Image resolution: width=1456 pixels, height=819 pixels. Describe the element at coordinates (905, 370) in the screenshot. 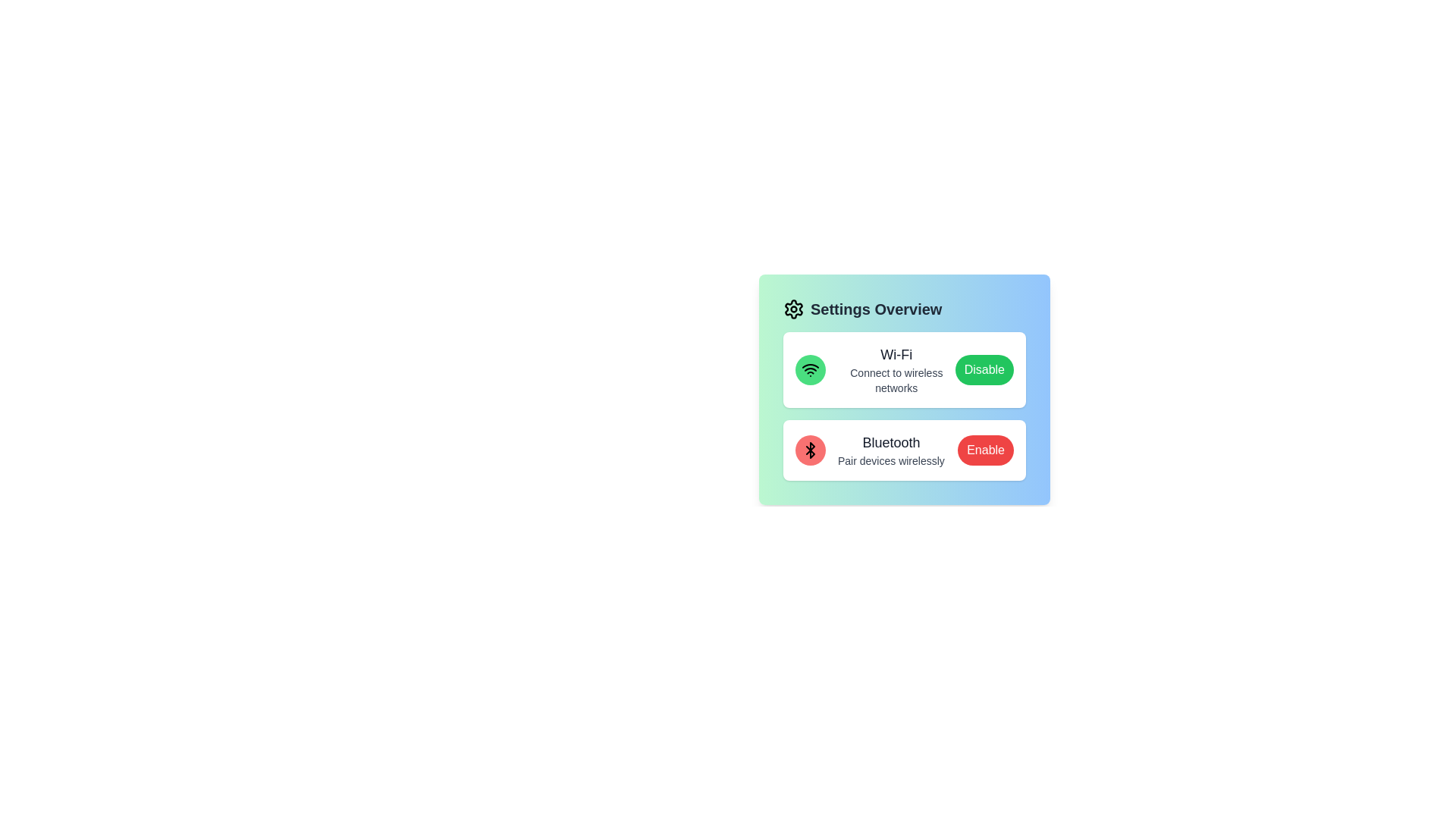

I see `the list item for Wi-Fi` at that location.